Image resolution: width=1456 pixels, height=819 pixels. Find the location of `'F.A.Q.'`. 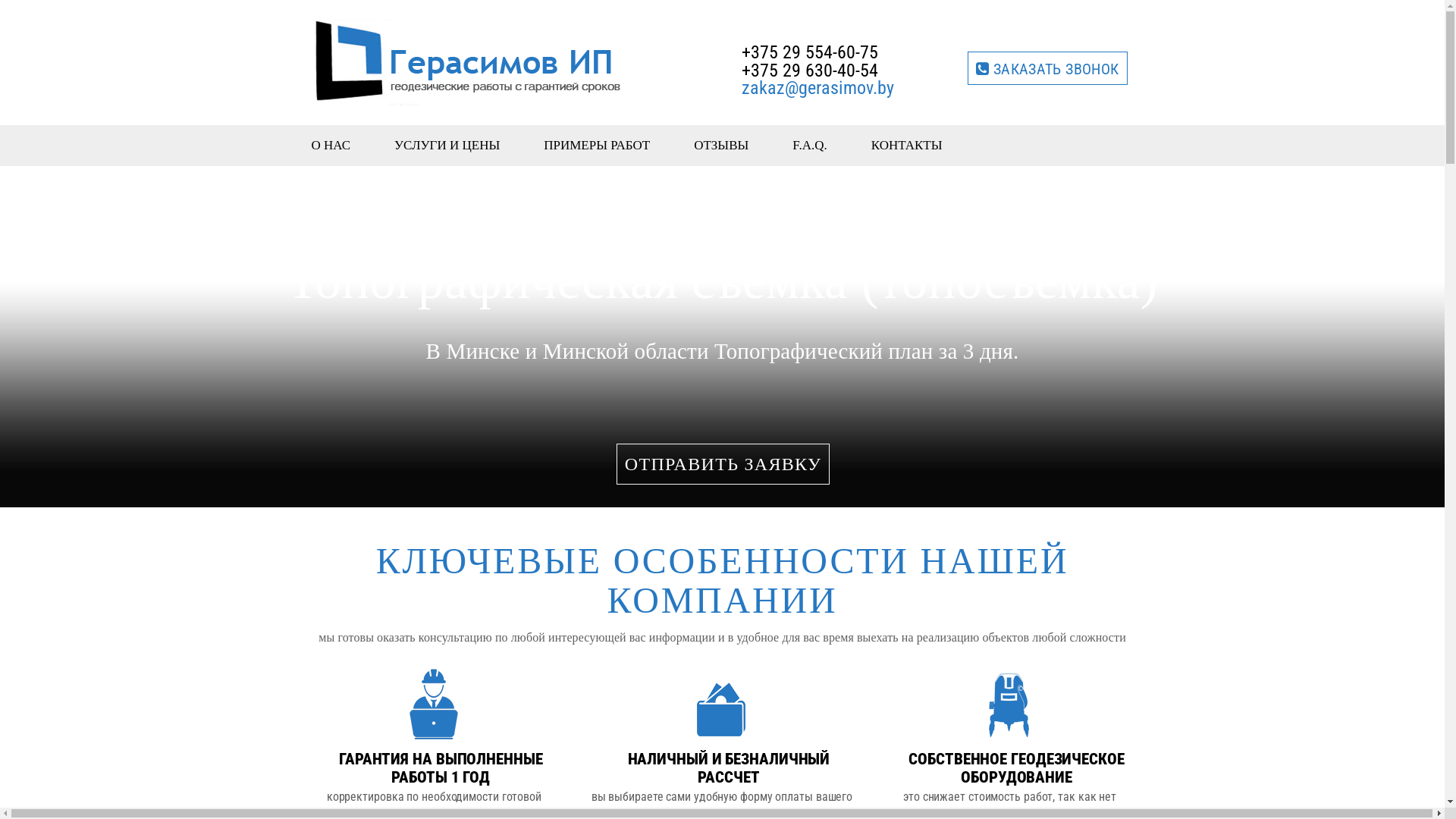

'F.A.Q.' is located at coordinates (809, 145).